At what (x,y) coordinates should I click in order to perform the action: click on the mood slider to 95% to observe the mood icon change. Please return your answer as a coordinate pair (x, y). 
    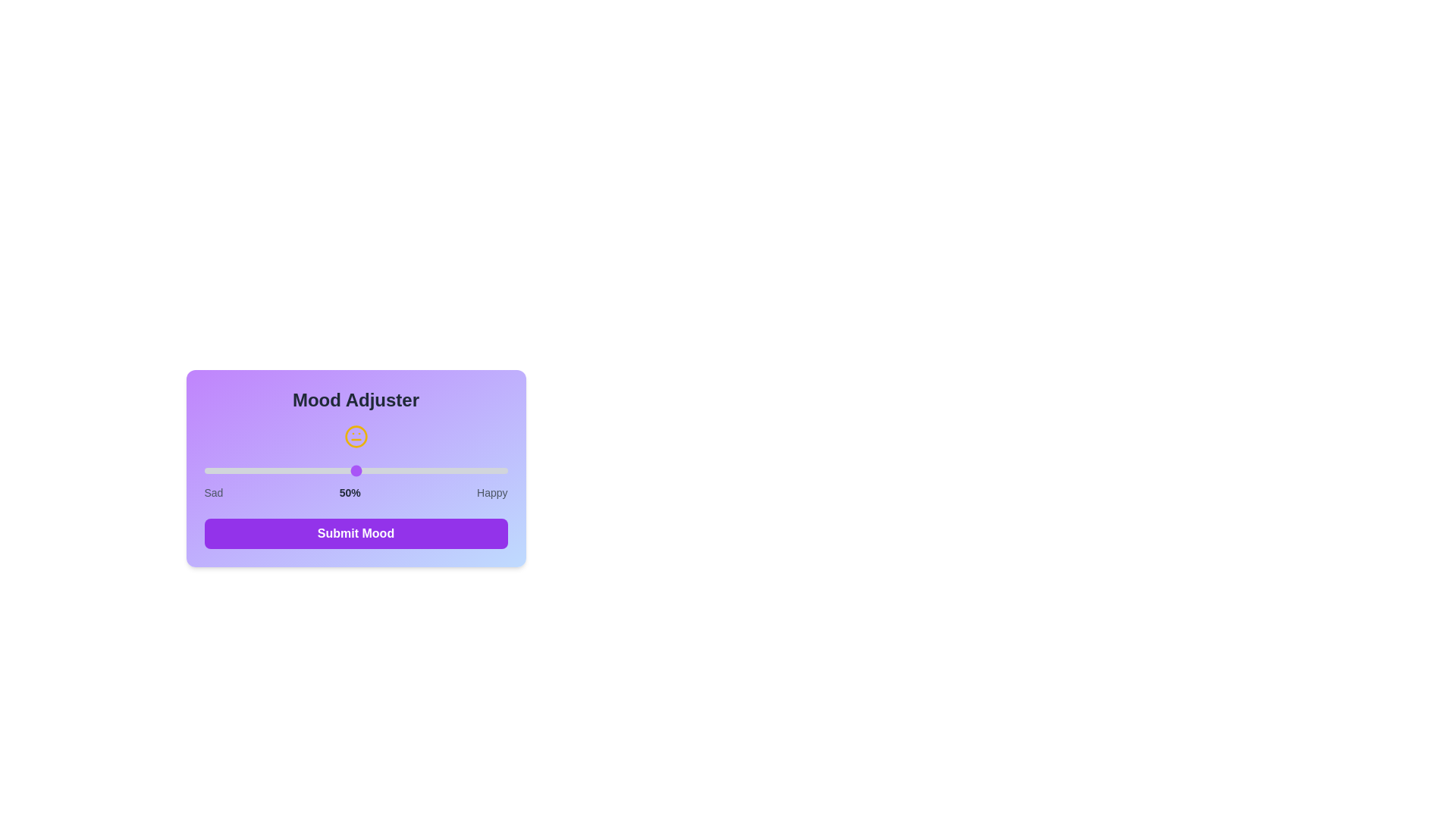
    Looking at the image, I should click on (492, 470).